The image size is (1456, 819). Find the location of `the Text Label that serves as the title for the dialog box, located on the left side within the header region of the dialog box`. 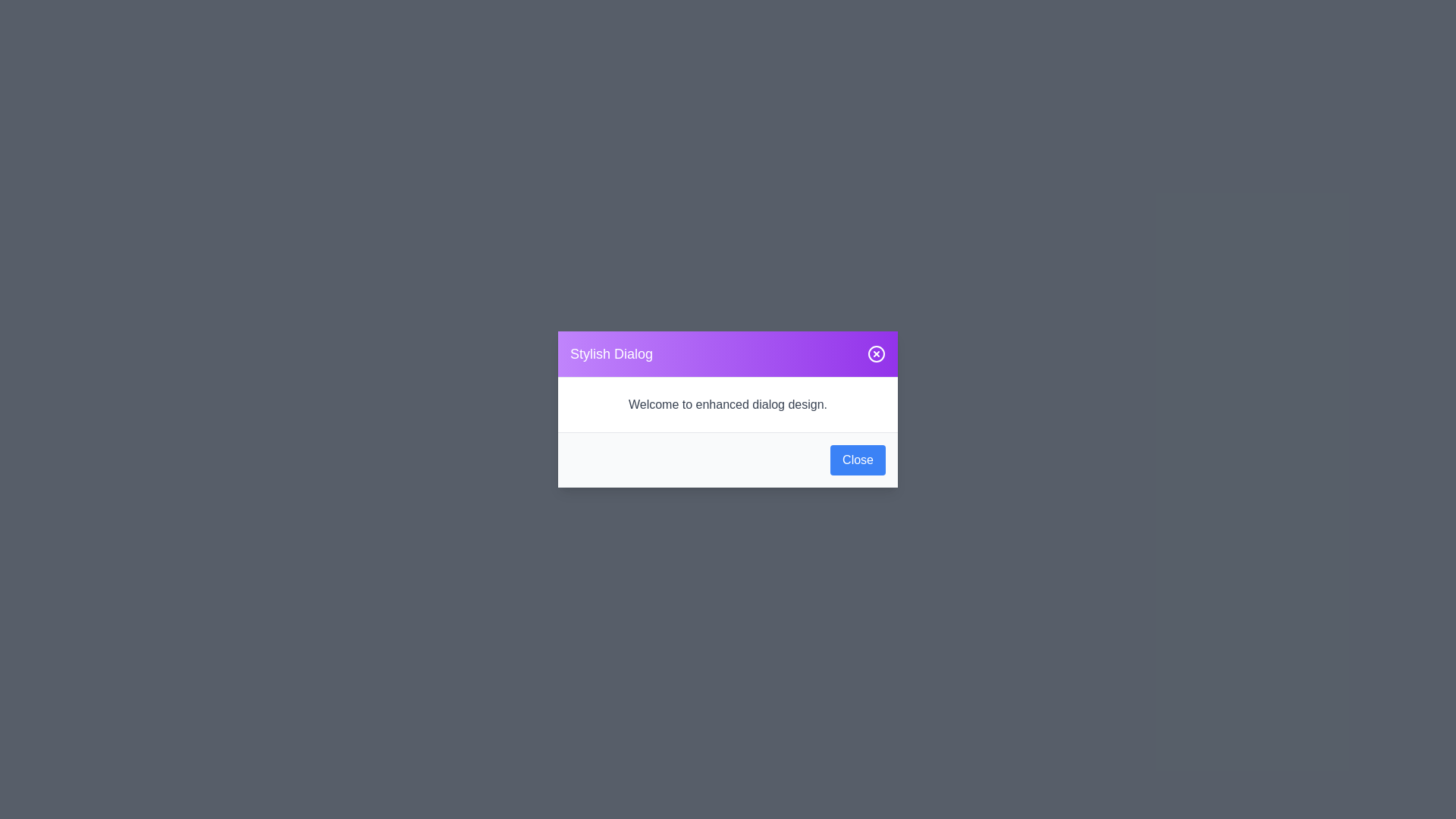

the Text Label that serves as the title for the dialog box, located on the left side within the header region of the dialog box is located at coordinates (611, 353).